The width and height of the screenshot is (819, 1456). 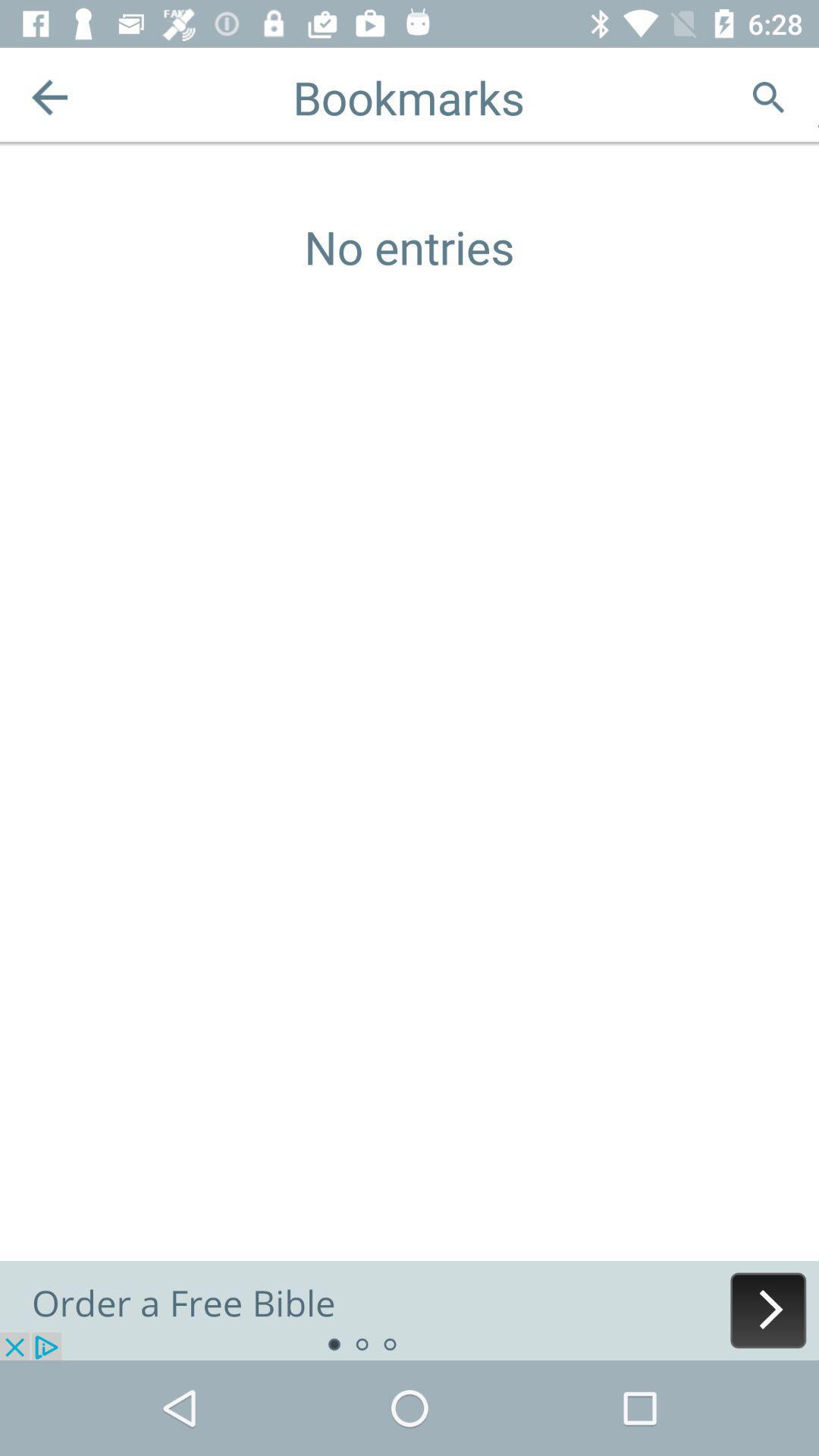 I want to click on the search icon, so click(x=768, y=96).